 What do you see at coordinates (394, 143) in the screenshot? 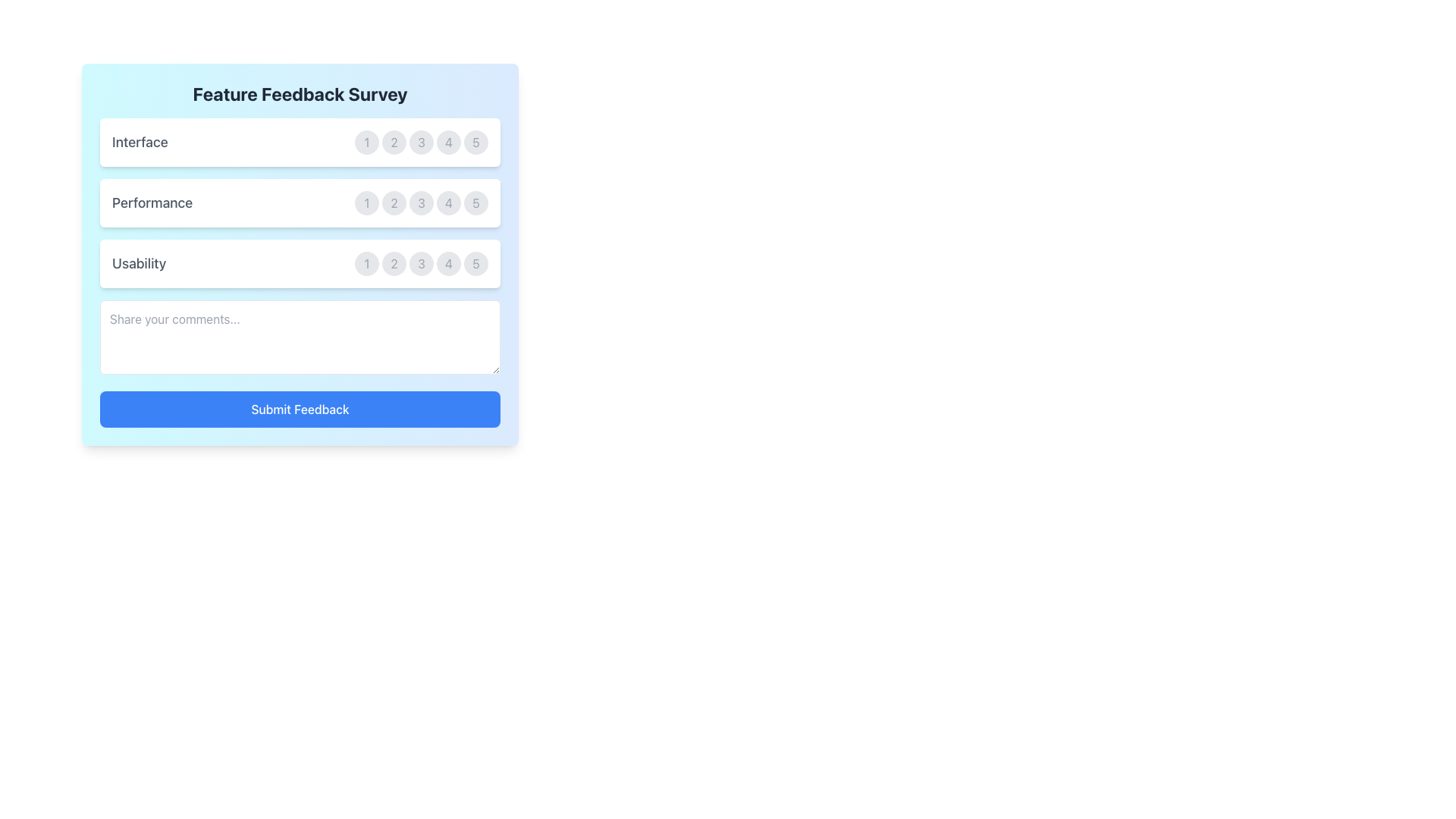
I see `the rounded button with a gray background displaying the number '2'` at bounding box center [394, 143].